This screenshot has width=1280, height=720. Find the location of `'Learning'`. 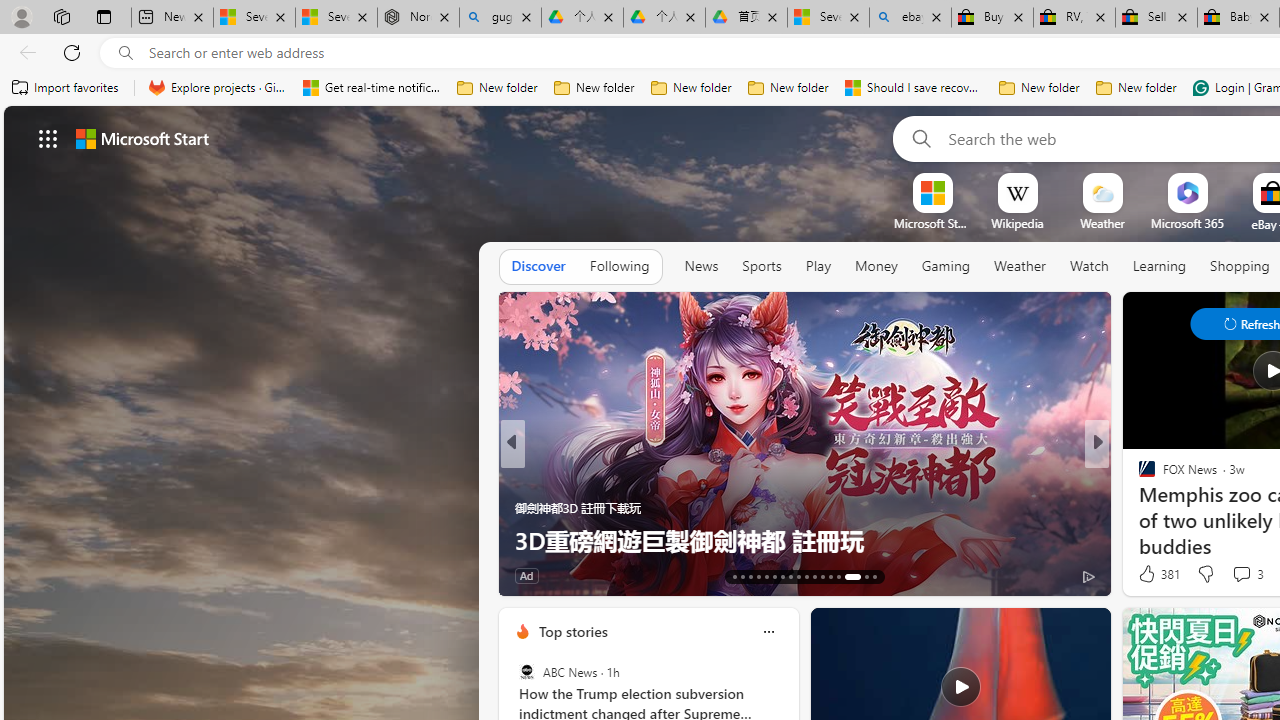

'Learning' is located at coordinates (1159, 266).